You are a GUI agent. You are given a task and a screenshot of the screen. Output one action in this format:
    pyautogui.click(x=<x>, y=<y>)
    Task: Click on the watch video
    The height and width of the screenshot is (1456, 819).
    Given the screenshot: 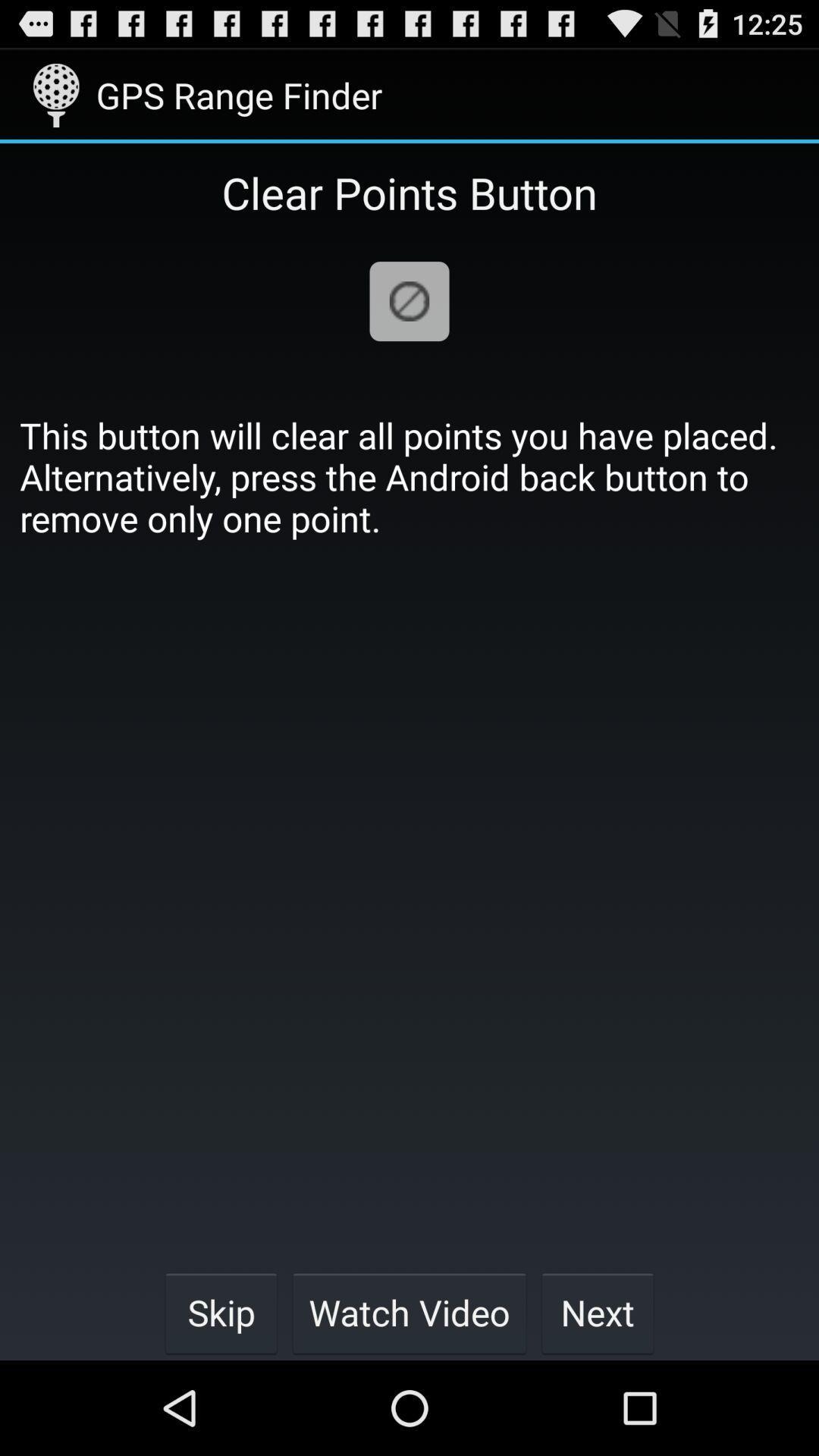 What is the action you would take?
    pyautogui.click(x=409, y=1312)
    